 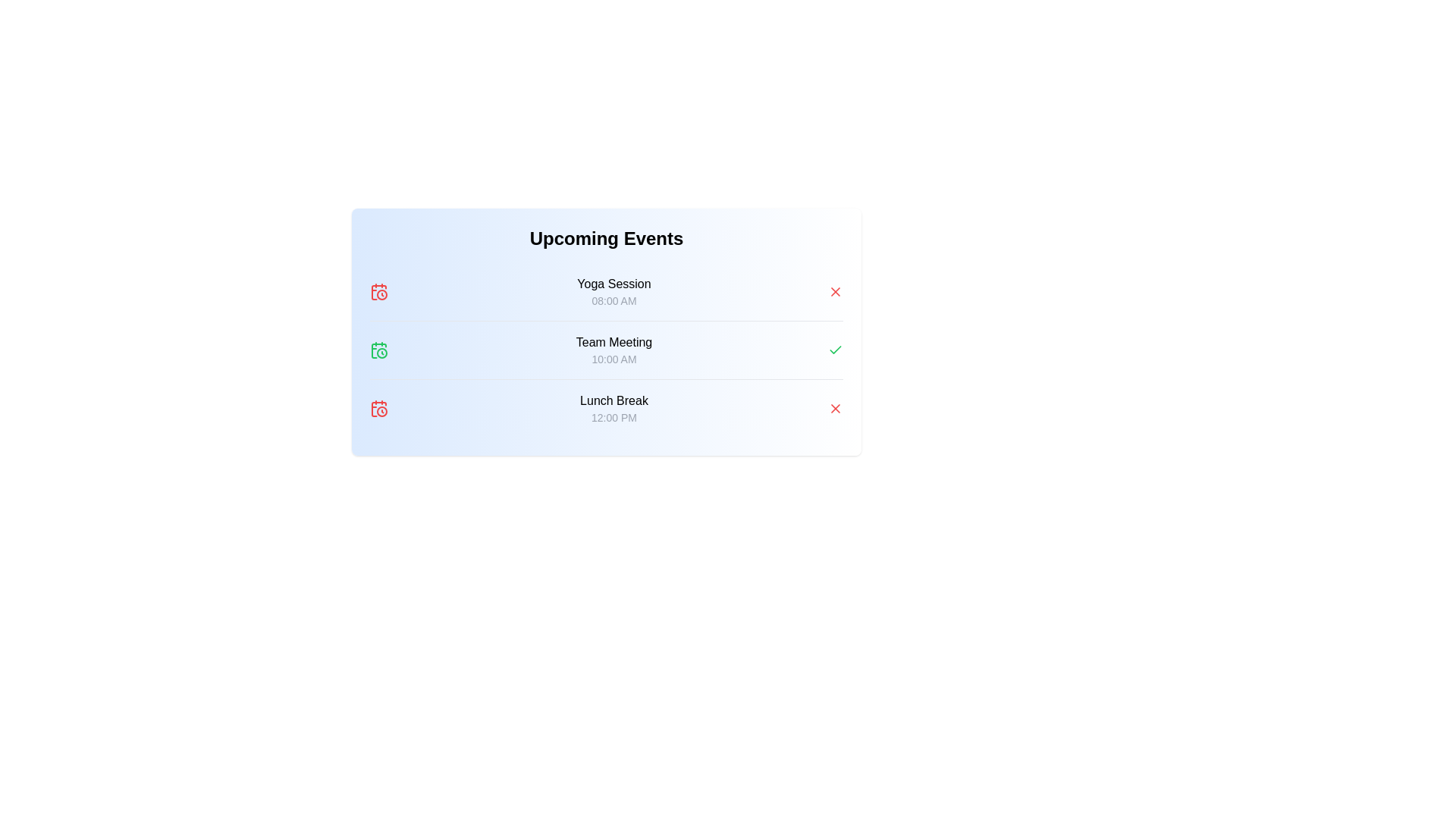 I want to click on the icon representing a scheduled activity, located to the left of the 'Lunch Break' entry in the list of upcoming events, so click(x=378, y=408).